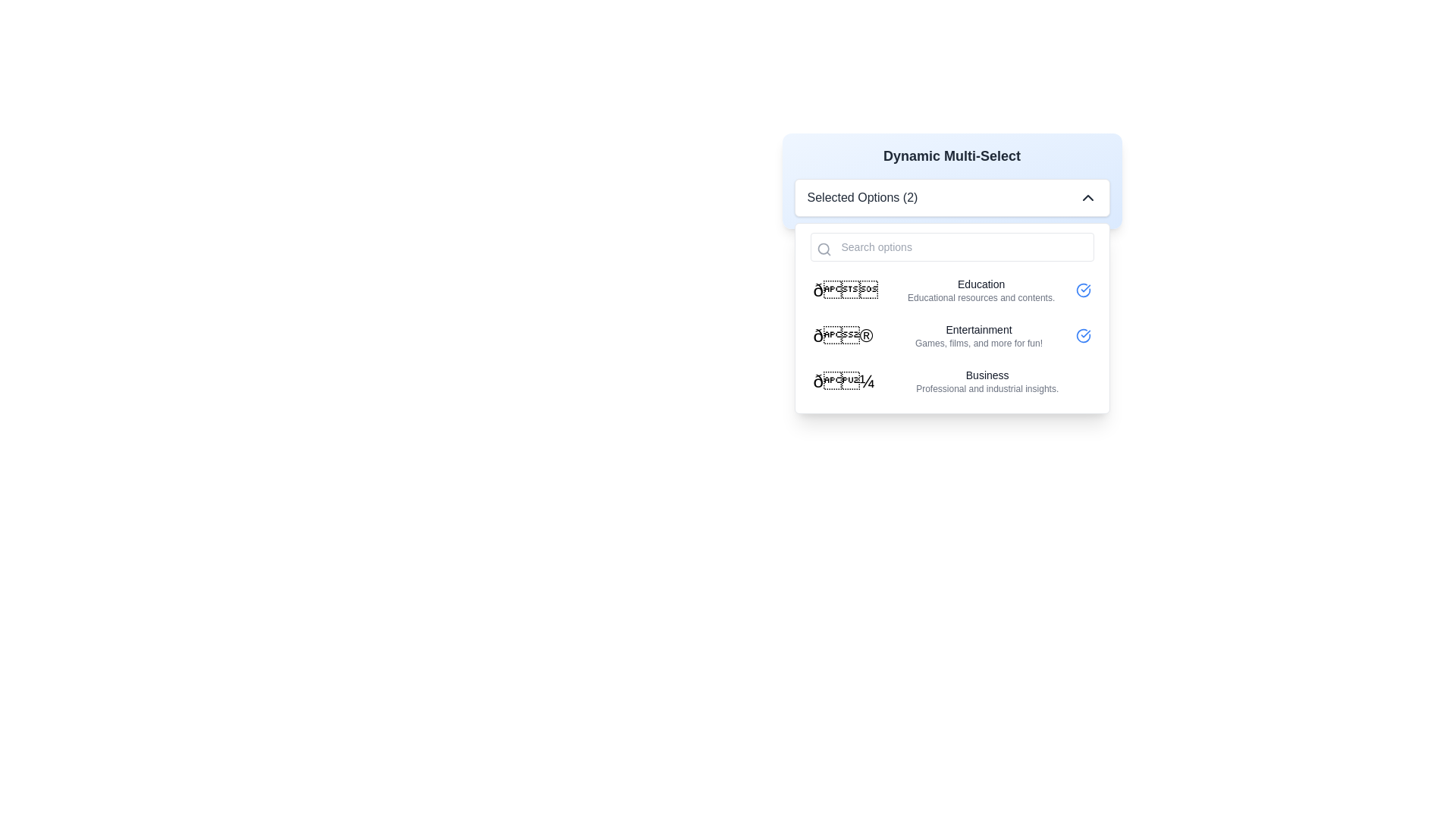 This screenshot has width=1456, height=819. Describe the element at coordinates (981, 298) in the screenshot. I see `text content of the descriptive Text label located directly below the 'Education' heading in the options box` at that location.